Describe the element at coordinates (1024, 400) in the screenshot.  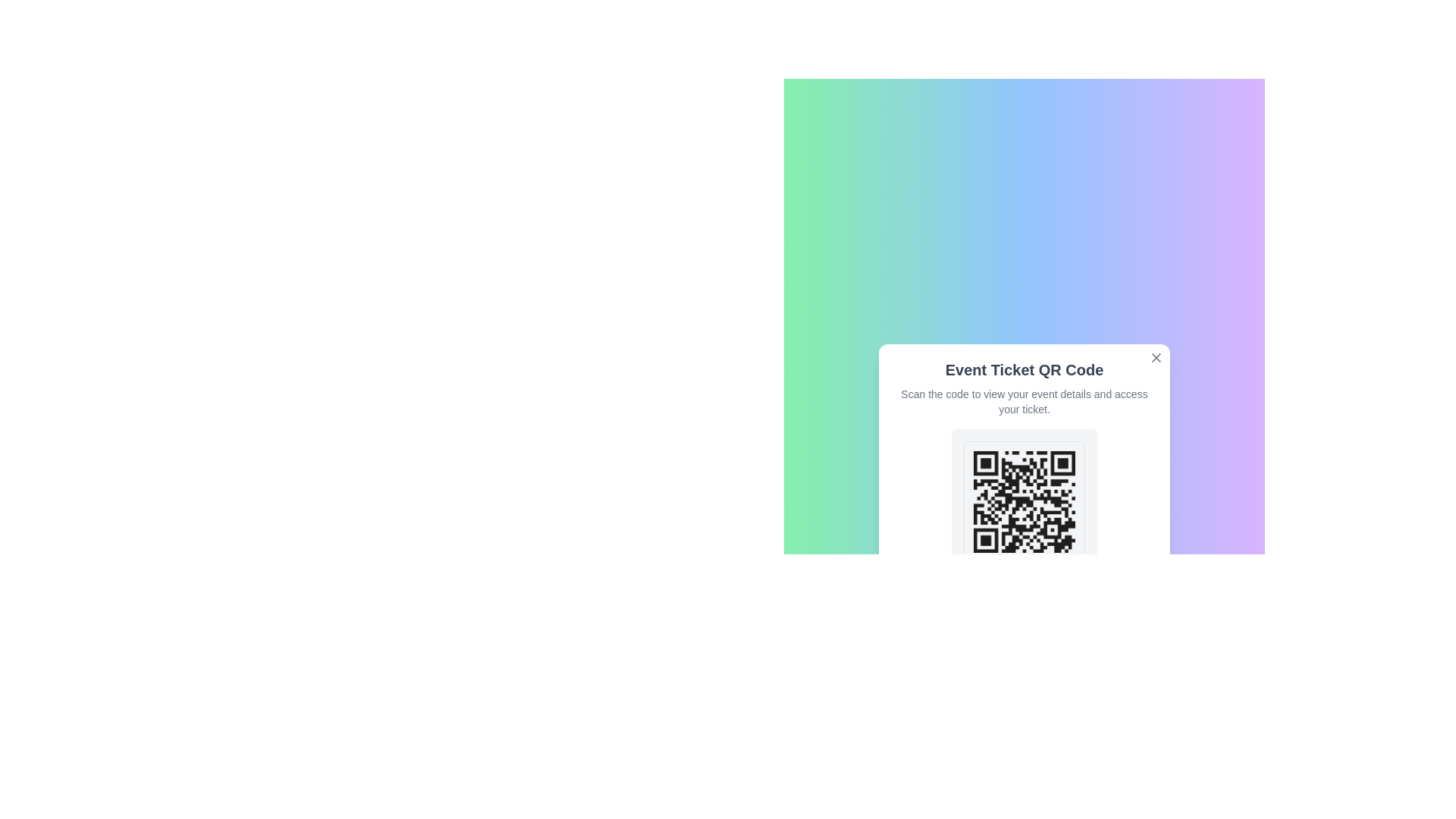
I see `information from the Text label that provides instructions regarding the QR code, located below the header 'Event Ticket QR Code' in a white rounded box` at that location.